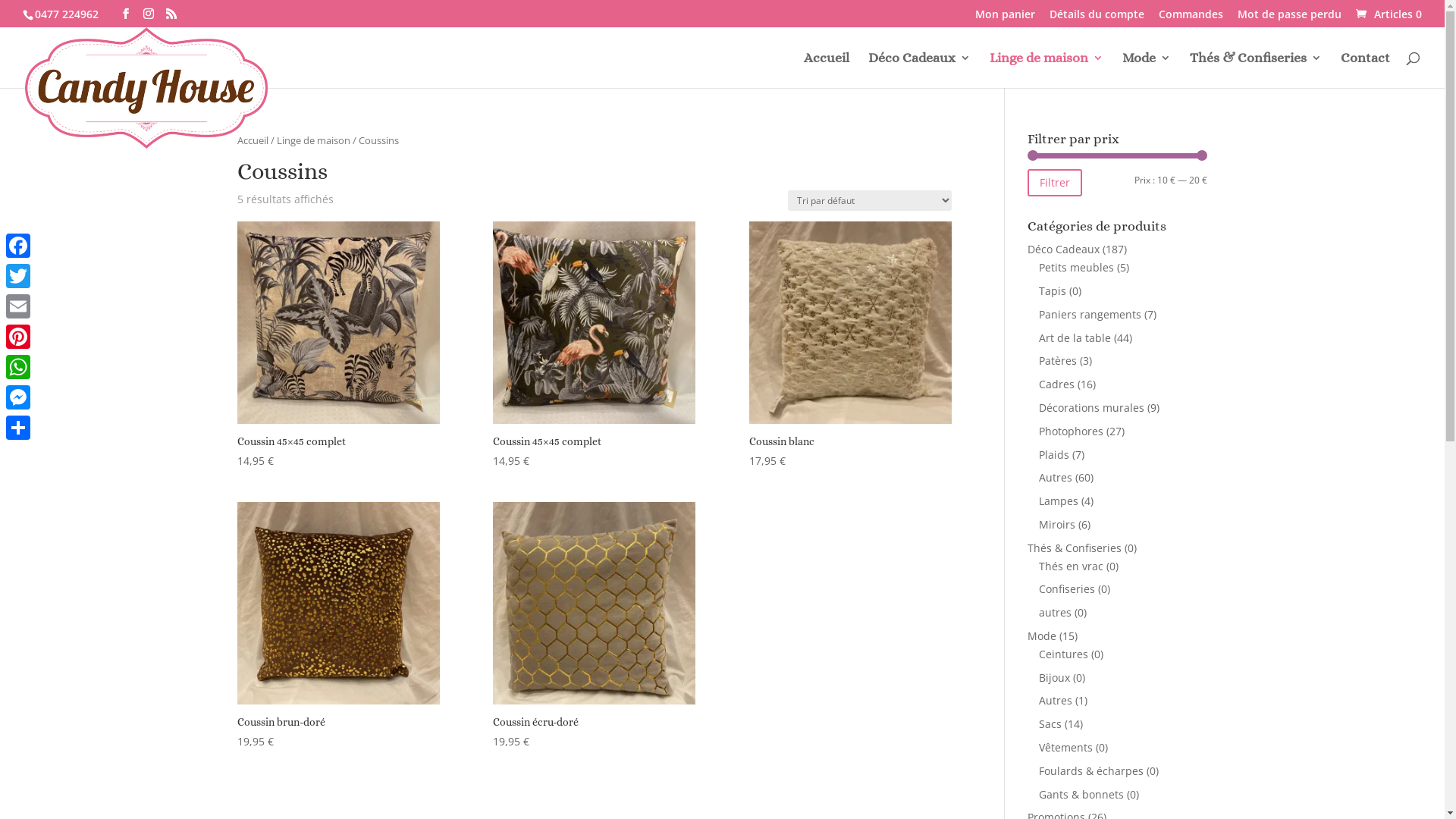 This screenshot has height=819, width=1456. What do you see at coordinates (1365, 70) in the screenshot?
I see `'Contact'` at bounding box center [1365, 70].